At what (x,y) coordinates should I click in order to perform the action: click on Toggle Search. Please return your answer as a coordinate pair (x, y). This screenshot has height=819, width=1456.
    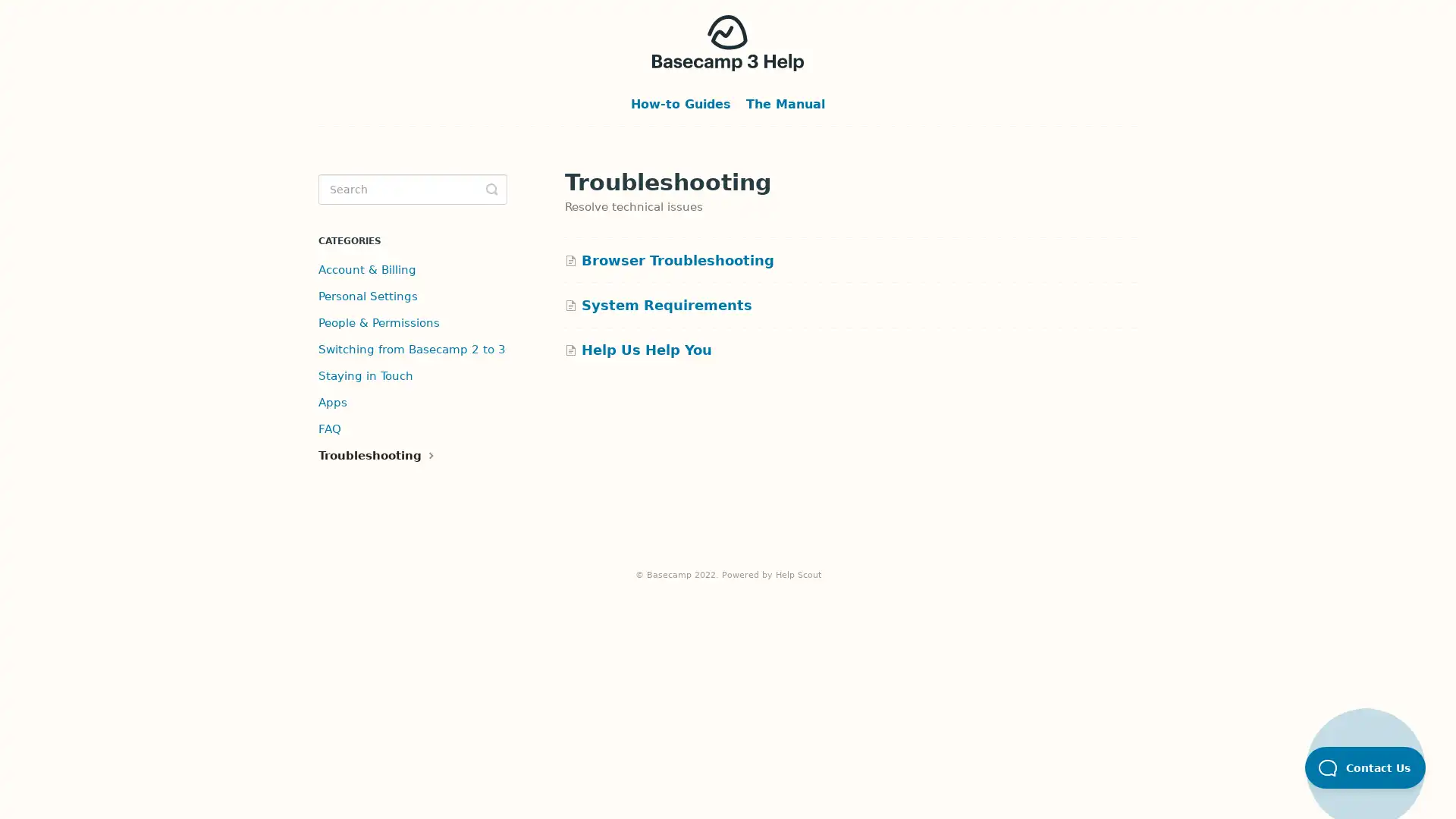
    Looking at the image, I should click on (491, 189).